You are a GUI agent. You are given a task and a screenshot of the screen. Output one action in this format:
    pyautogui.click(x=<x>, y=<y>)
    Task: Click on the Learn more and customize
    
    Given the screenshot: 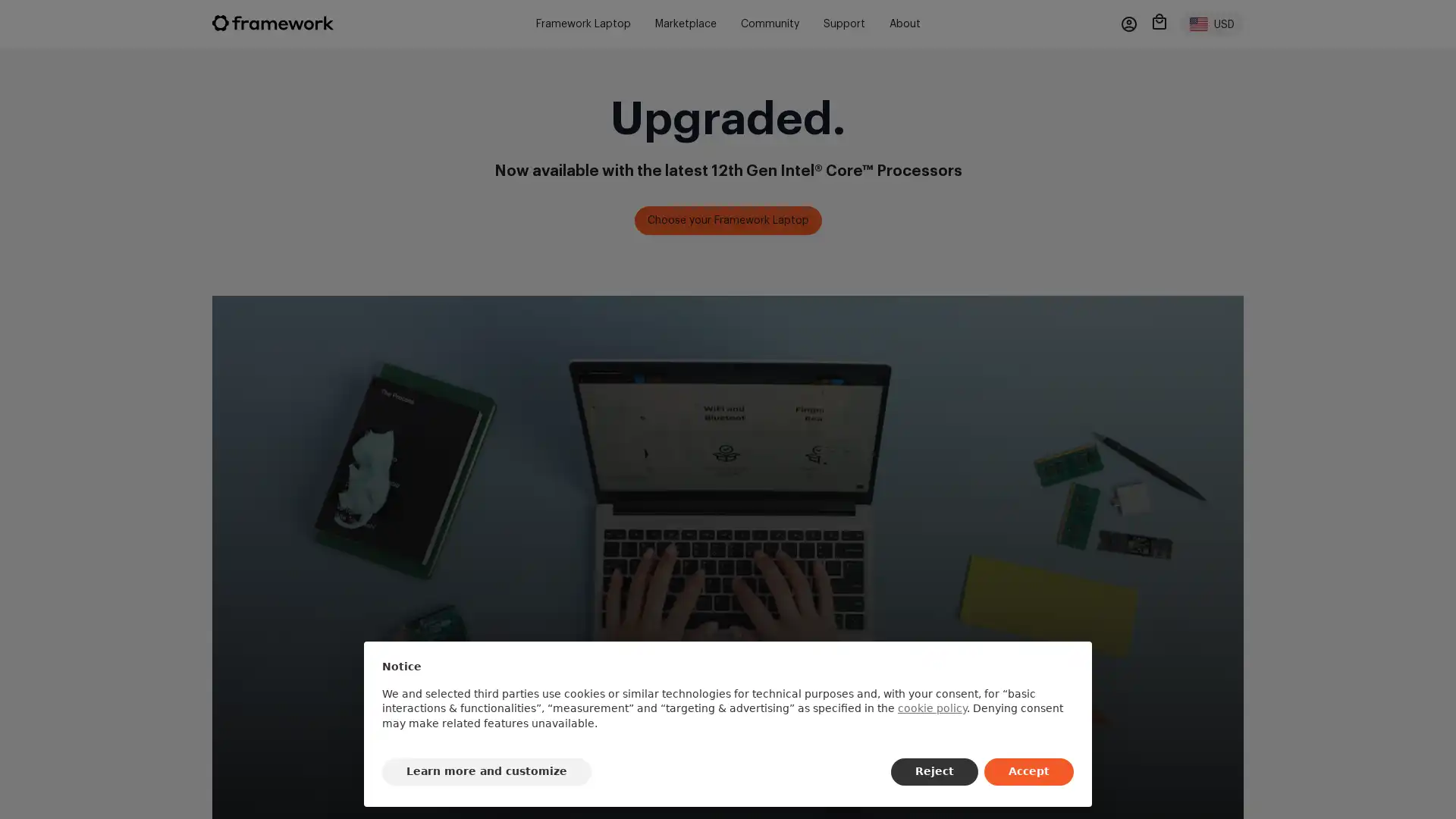 What is the action you would take?
    pyautogui.click(x=487, y=772)
    